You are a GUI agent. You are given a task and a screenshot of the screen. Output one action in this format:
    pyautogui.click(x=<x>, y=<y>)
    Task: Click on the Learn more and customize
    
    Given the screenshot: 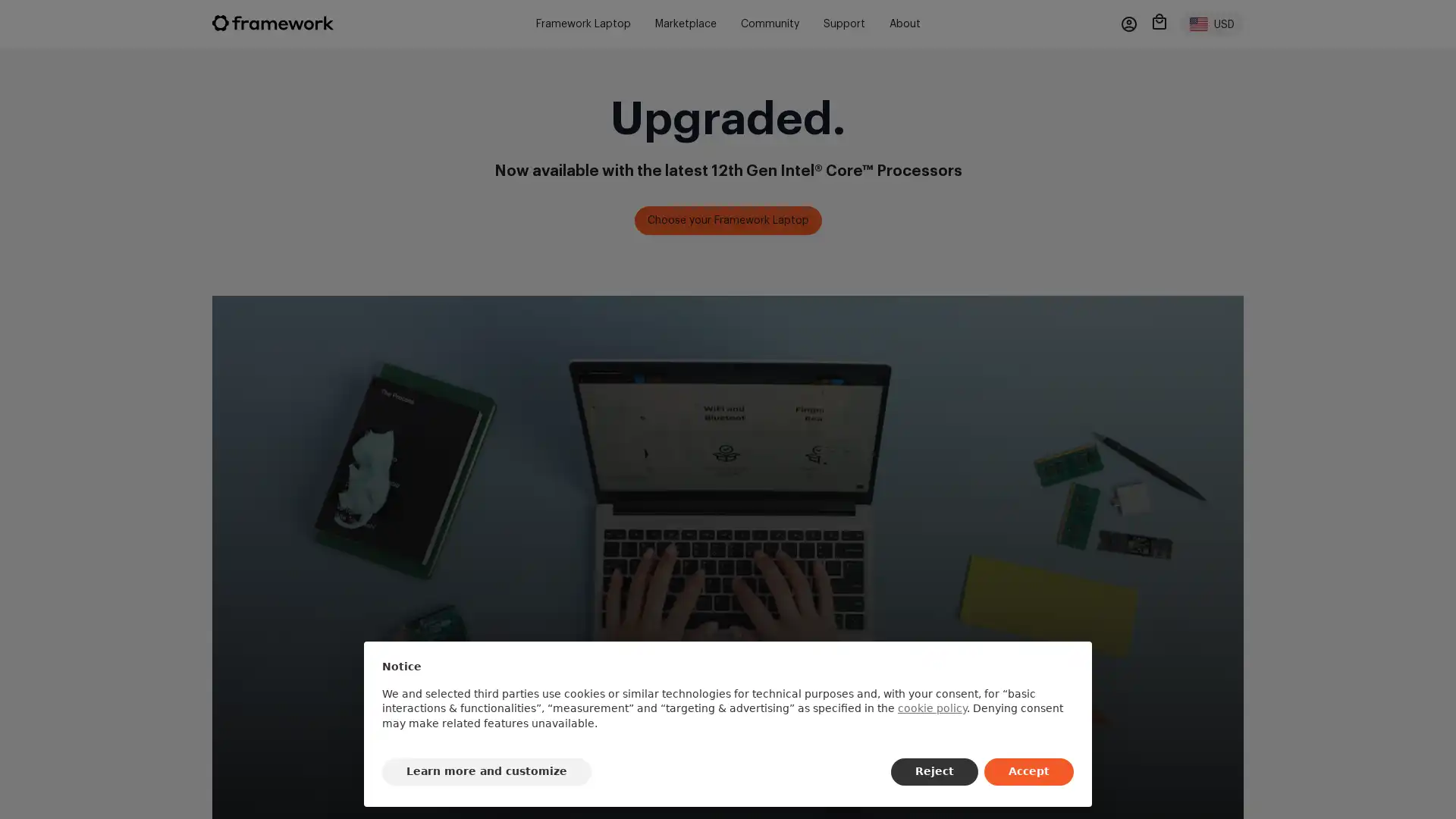 What is the action you would take?
    pyautogui.click(x=487, y=772)
    